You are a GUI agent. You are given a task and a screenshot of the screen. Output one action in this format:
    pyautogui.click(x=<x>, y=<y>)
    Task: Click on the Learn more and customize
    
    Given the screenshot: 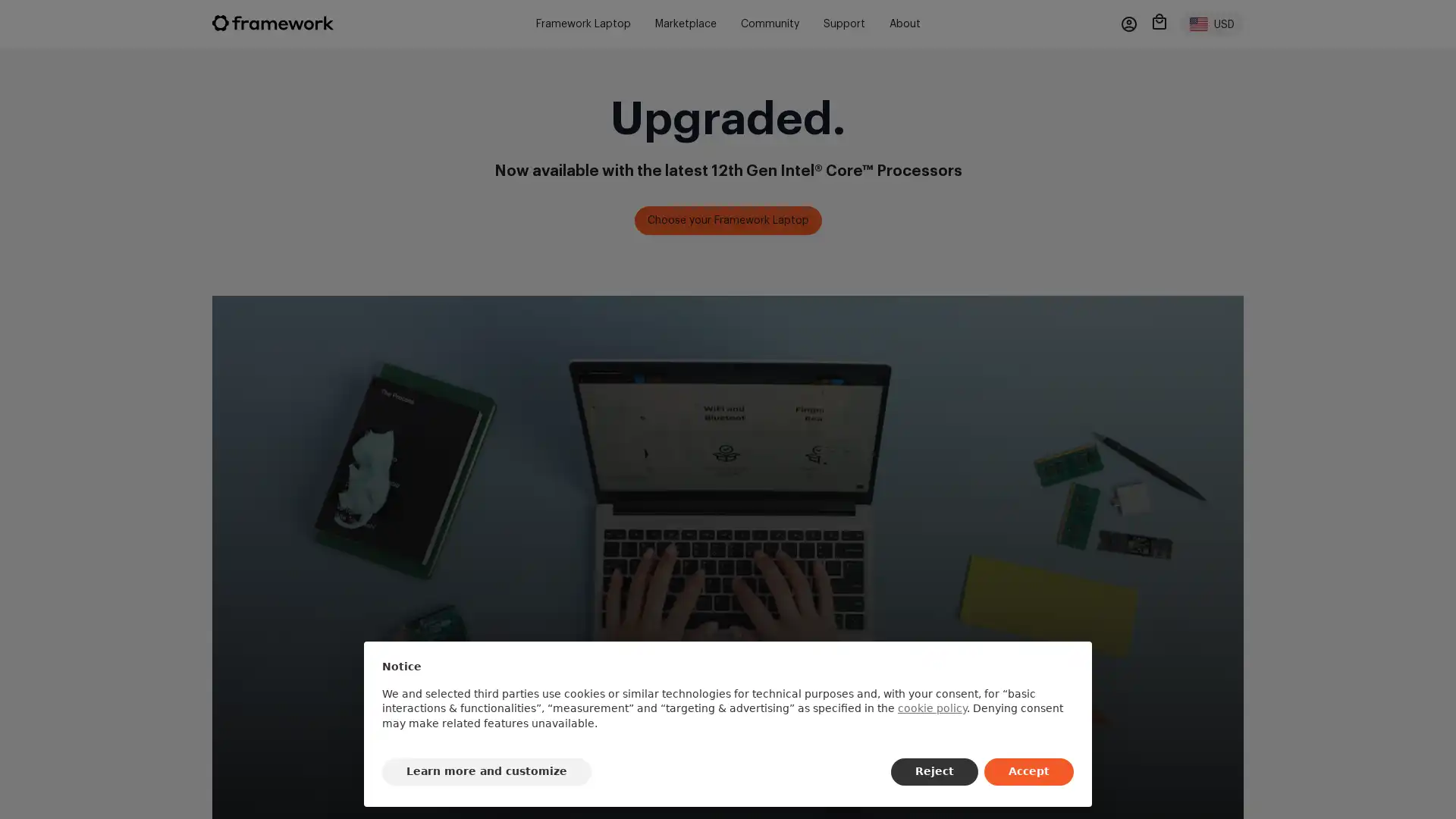 What is the action you would take?
    pyautogui.click(x=487, y=772)
    